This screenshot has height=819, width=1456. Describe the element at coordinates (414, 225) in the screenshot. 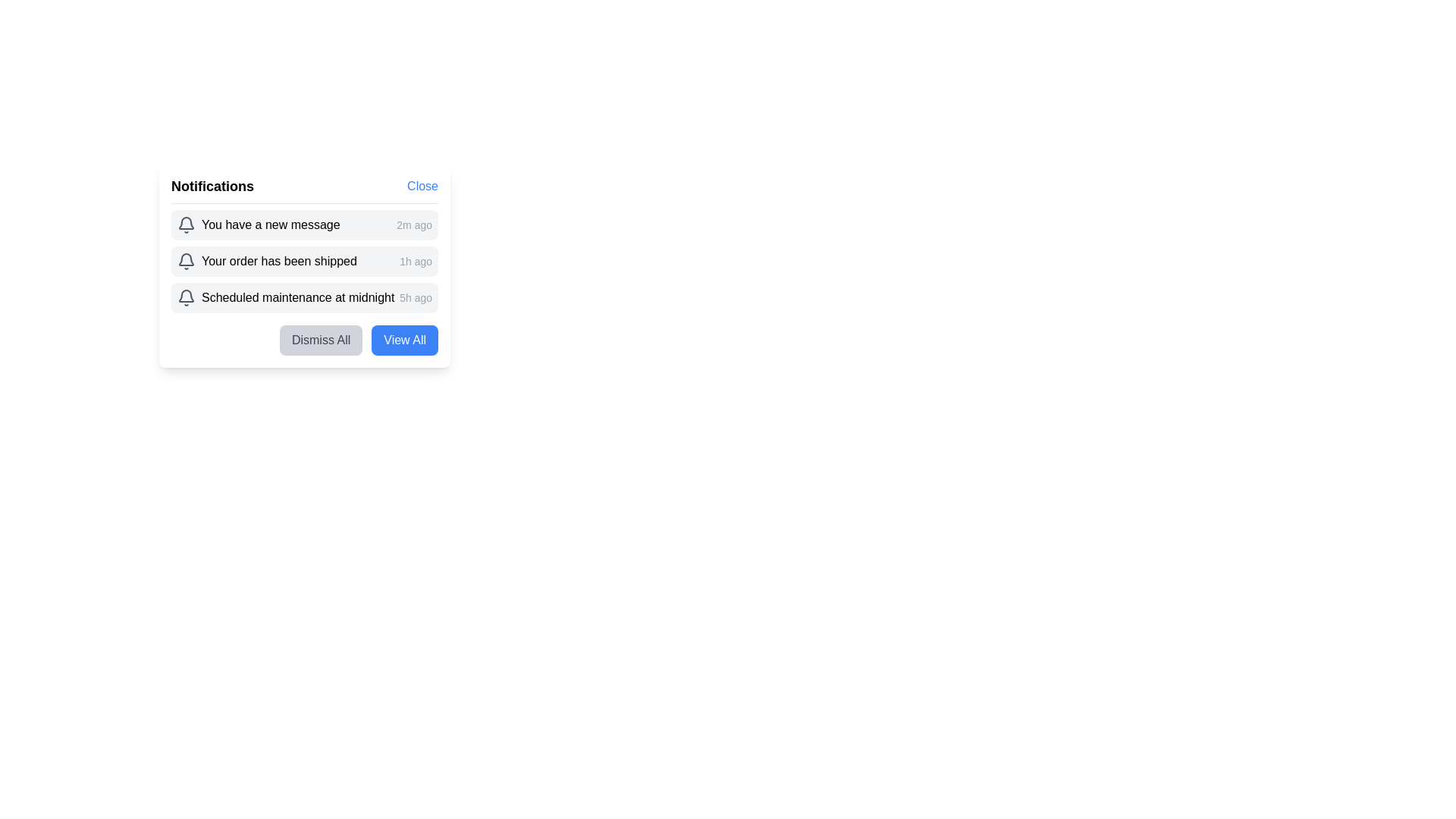

I see `the text label displaying '2m ago' which indicates the time since a notification was received, located at the right end of the notification item under the notifications panel` at that location.